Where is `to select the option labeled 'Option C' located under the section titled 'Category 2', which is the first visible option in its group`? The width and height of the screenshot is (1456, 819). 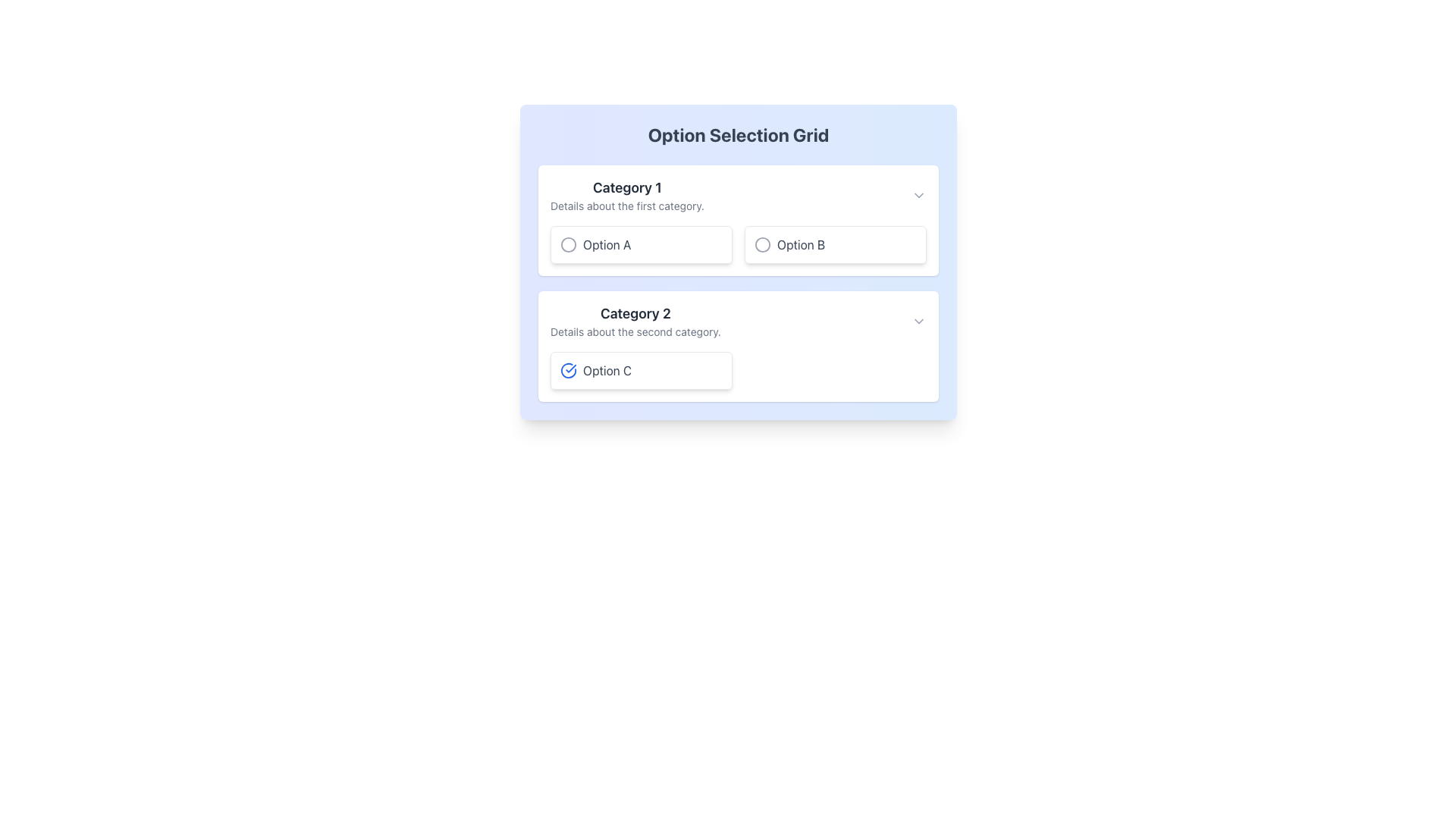 to select the option labeled 'Option C' located under the section titled 'Category 2', which is the first visible option in its group is located at coordinates (739, 371).